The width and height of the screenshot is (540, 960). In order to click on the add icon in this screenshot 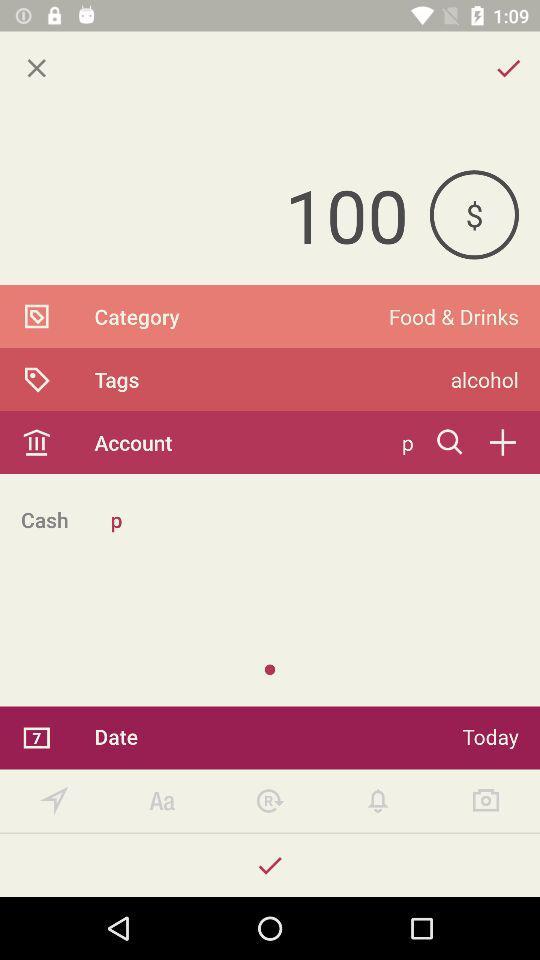, I will do `click(501, 442)`.